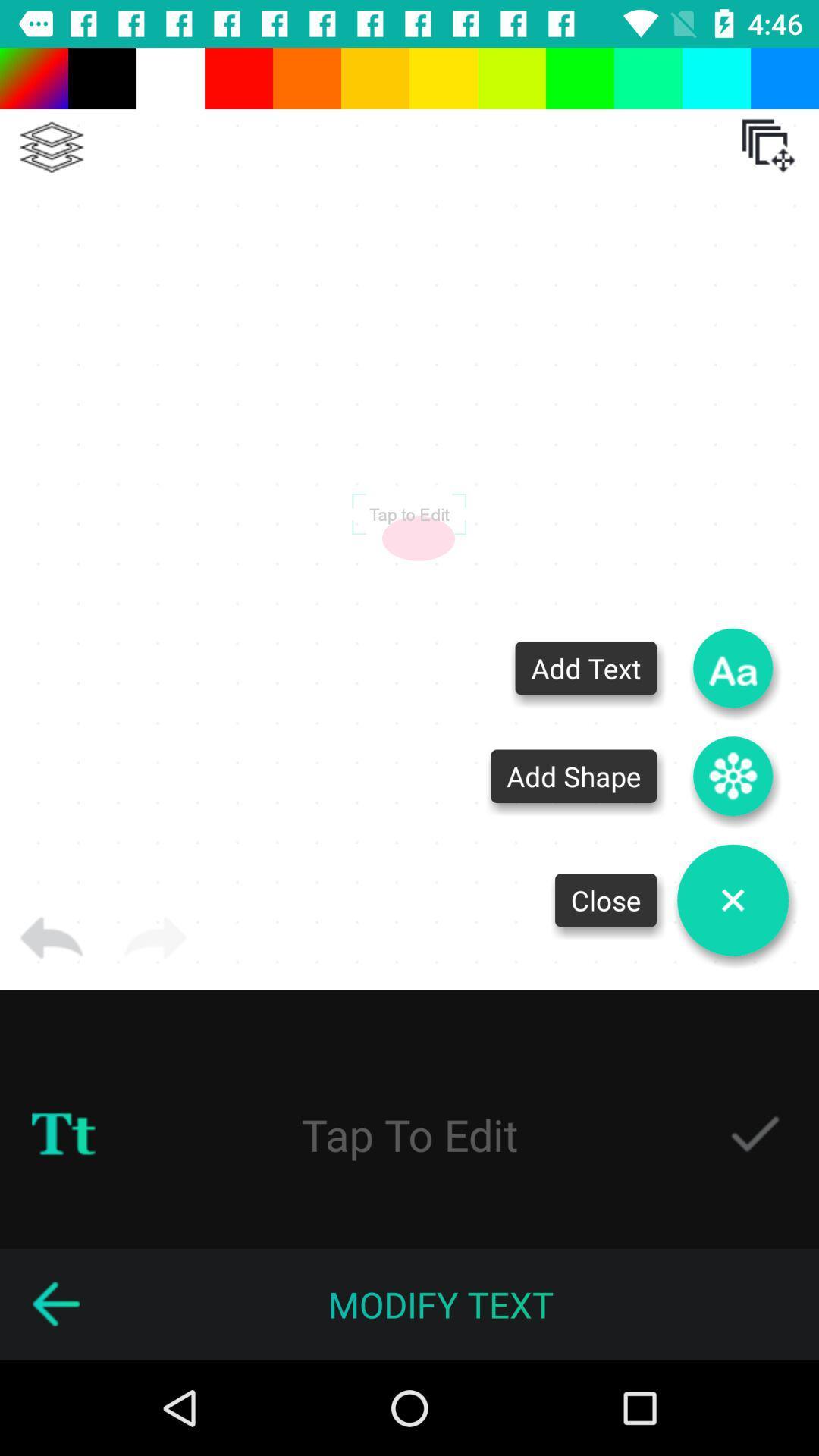 Image resolution: width=819 pixels, height=1456 pixels. Describe the element at coordinates (51, 147) in the screenshot. I see `see layers` at that location.